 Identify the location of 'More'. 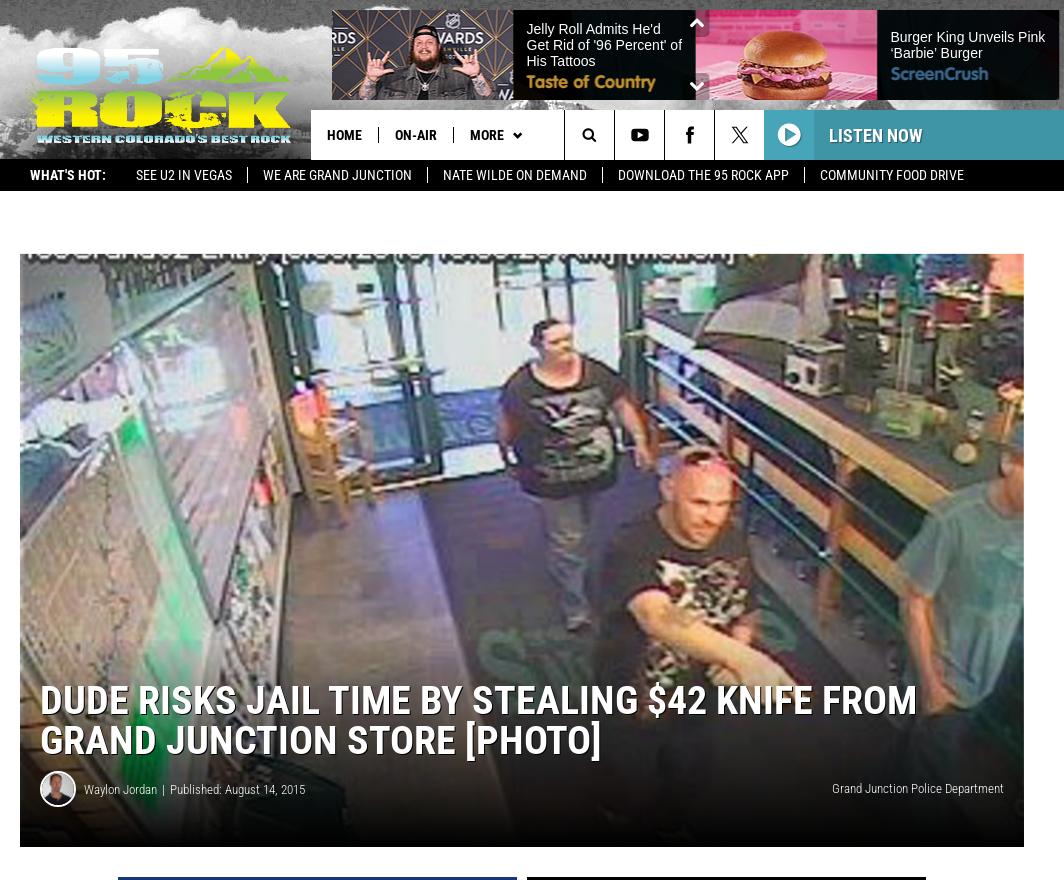
(486, 134).